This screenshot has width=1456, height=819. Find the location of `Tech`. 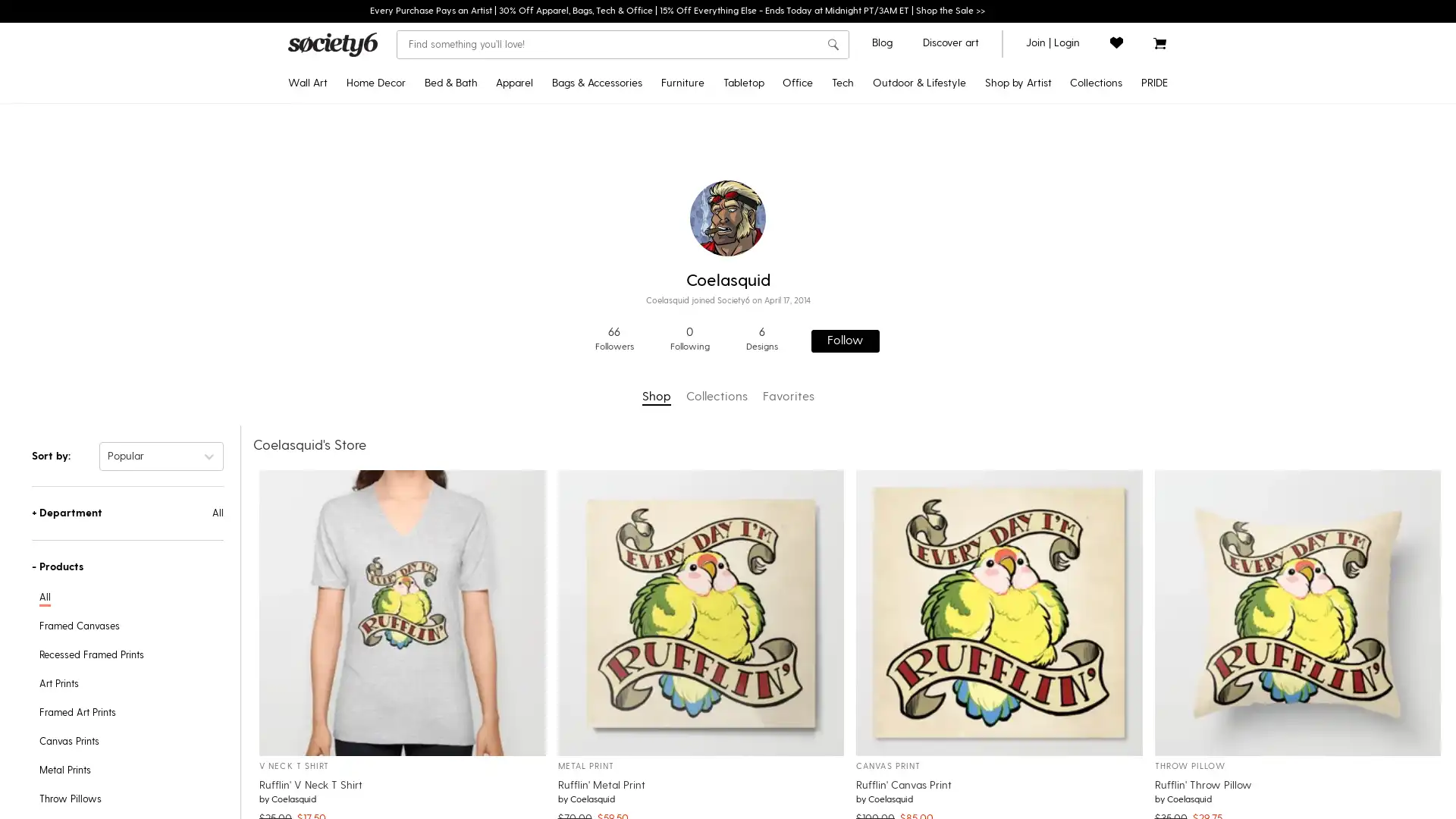

Tech is located at coordinates (842, 83).